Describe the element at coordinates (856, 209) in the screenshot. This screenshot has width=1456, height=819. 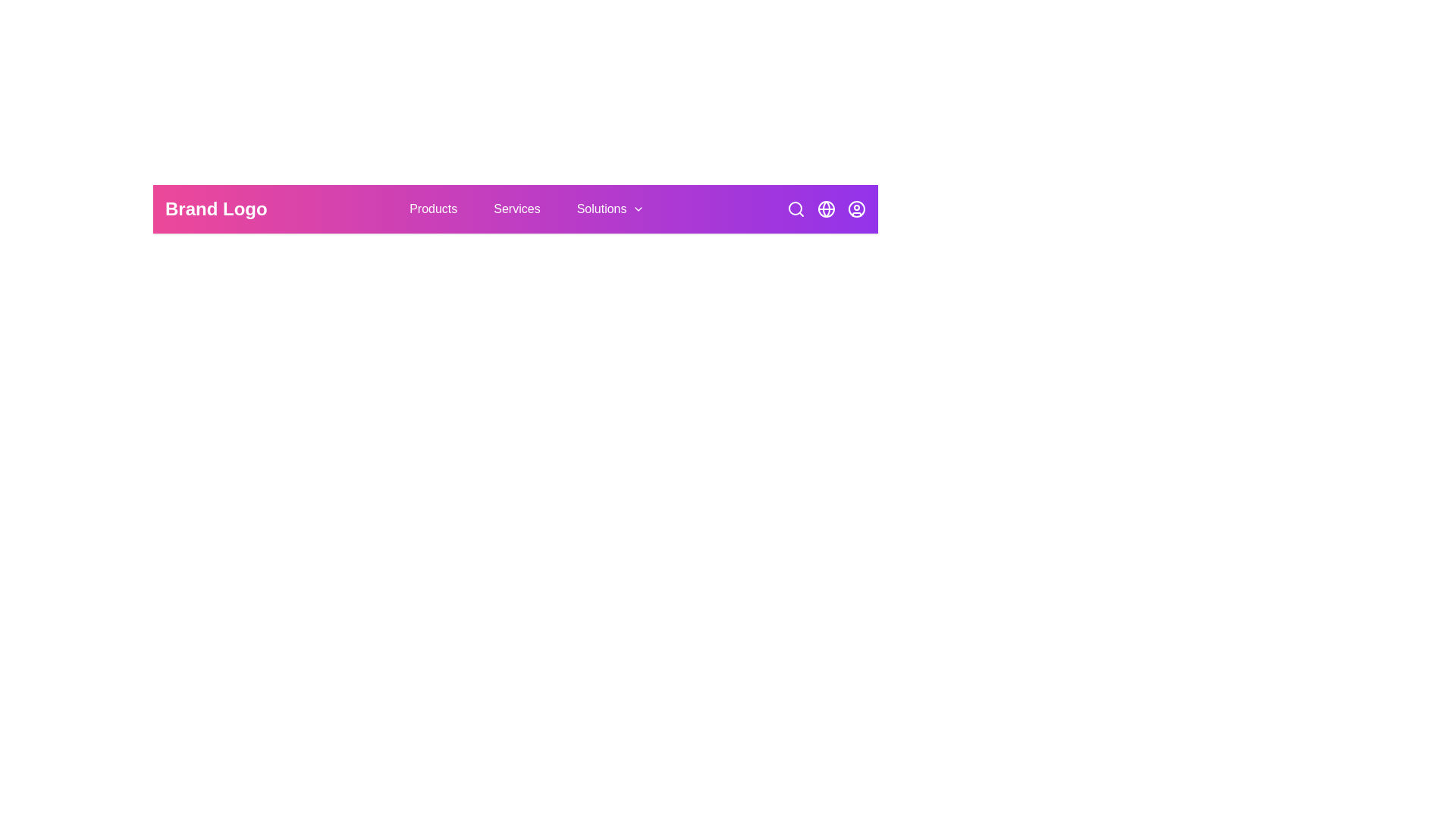
I see `the user icon in the top-right corner of the app bar` at that location.